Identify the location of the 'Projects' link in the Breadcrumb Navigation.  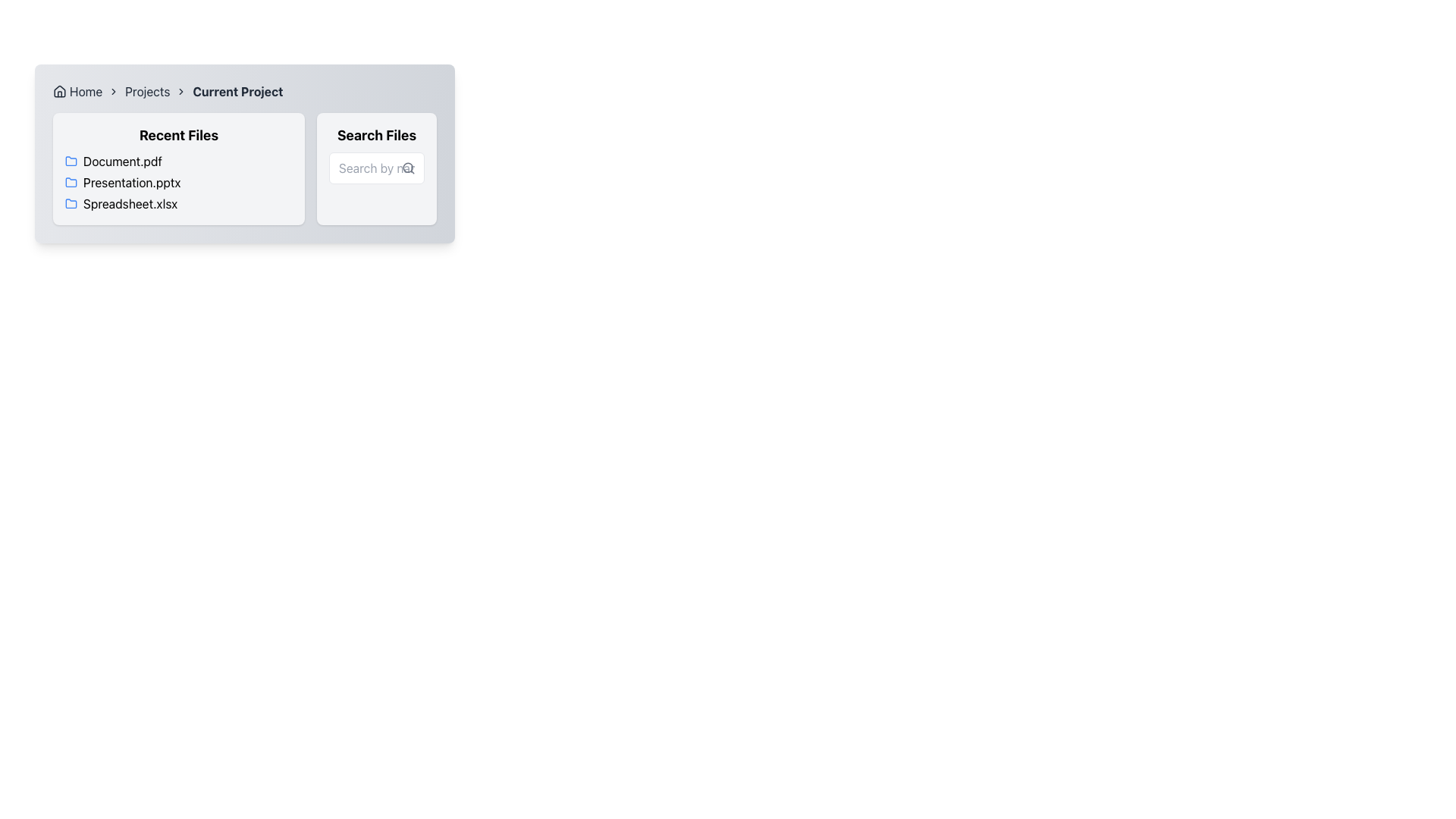
(244, 91).